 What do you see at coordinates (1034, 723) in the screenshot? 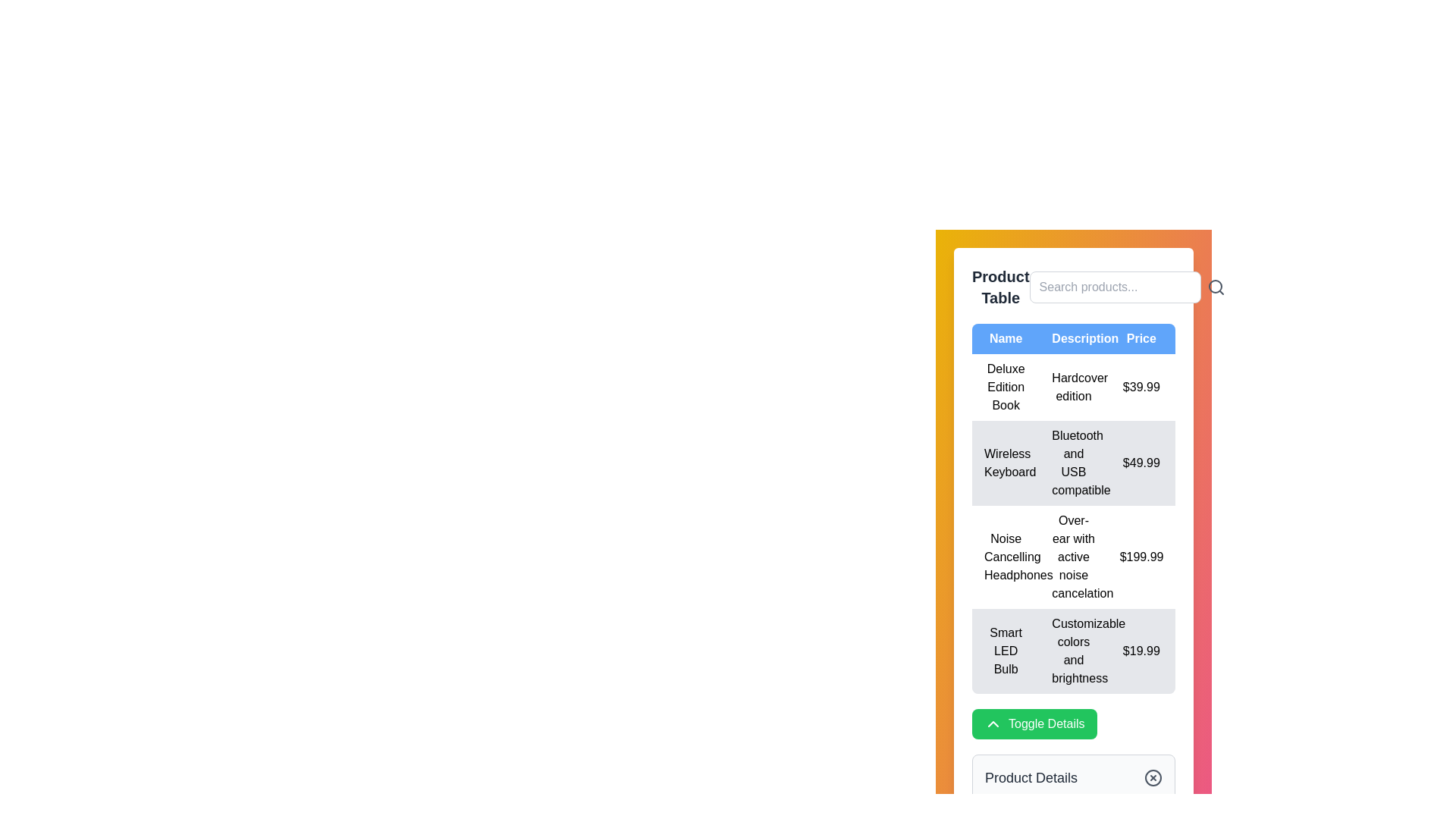
I see `the 'Toggle Details' button, which has a green background and white text, located at the bottom of the product information panel` at bounding box center [1034, 723].